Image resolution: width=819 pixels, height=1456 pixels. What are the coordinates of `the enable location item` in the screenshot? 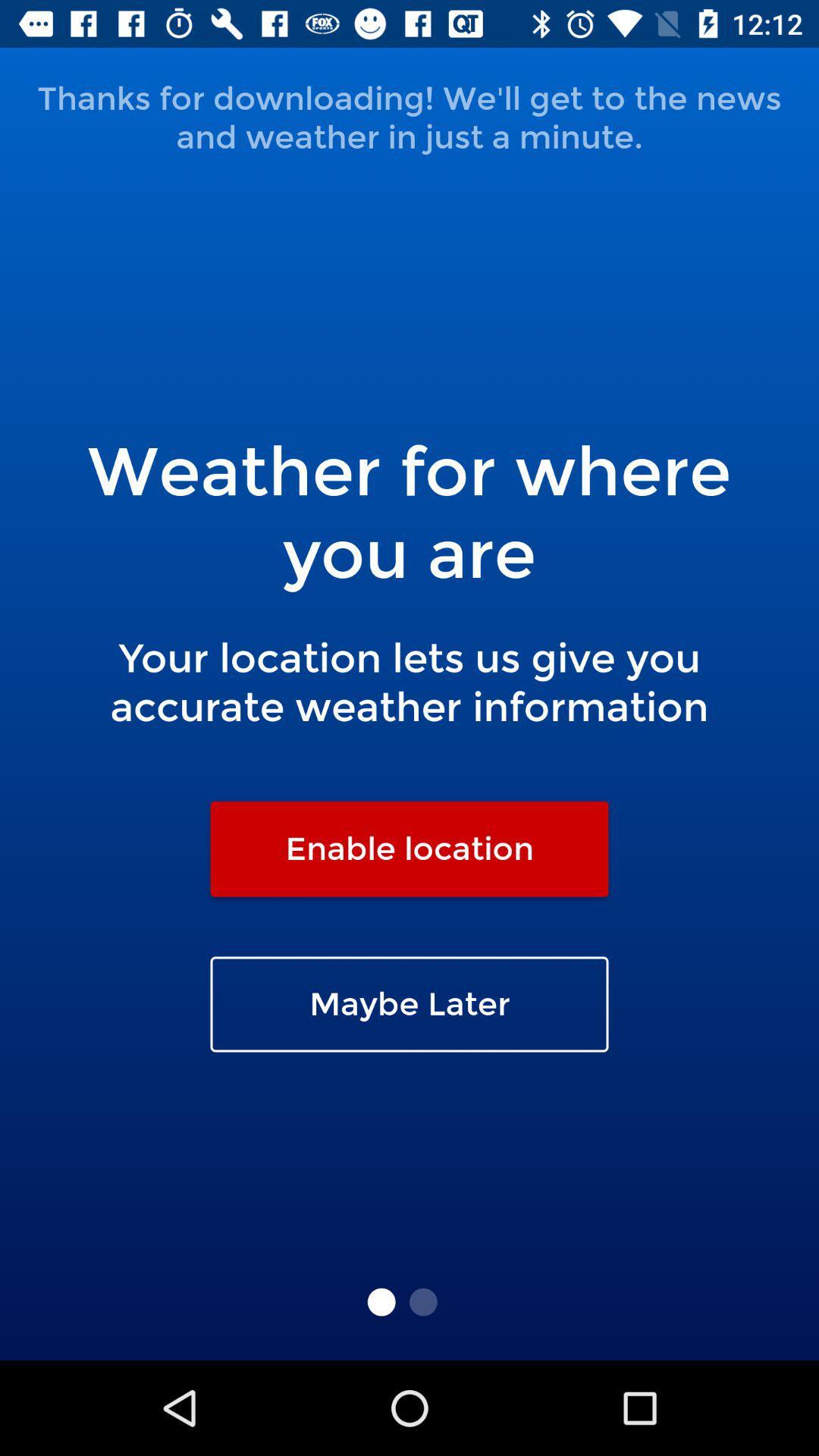 It's located at (409, 848).